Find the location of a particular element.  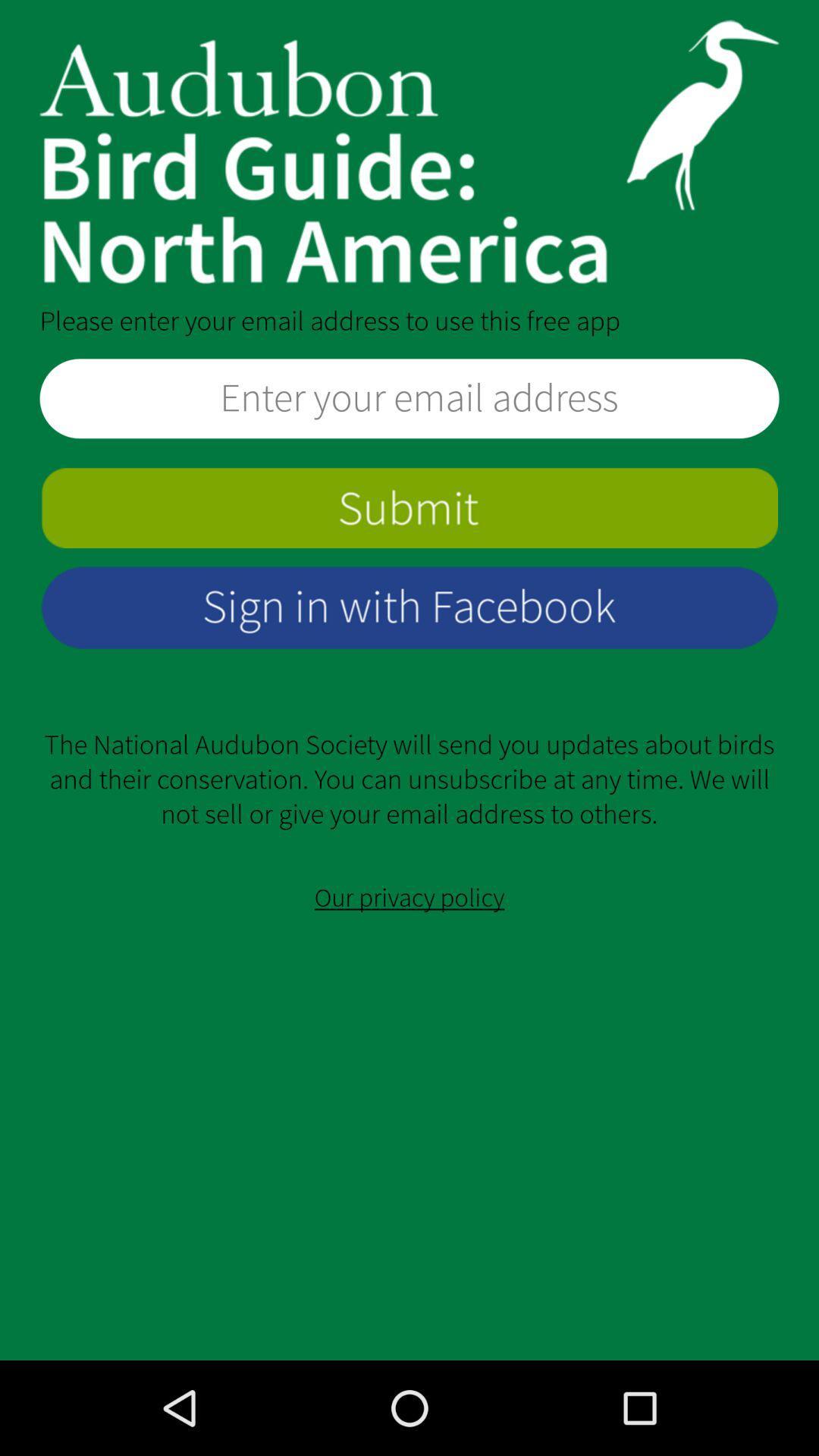

space for email entry is located at coordinates (409, 398).